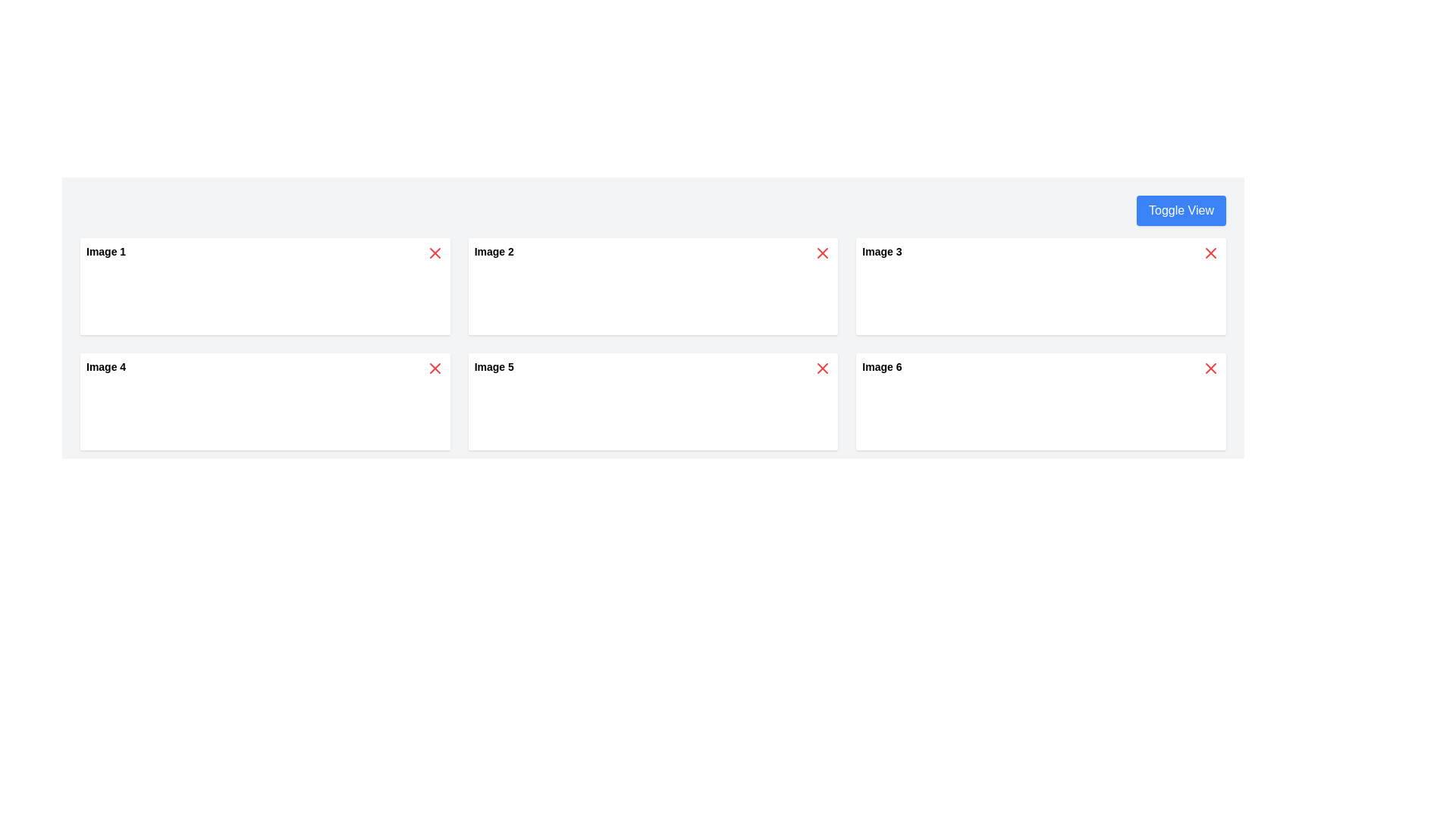  What do you see at coordinates (494, 250) in the screenshot?
I see `the Text Label located at the top-left corner of the second card in the upper row of a grid layout` at bounding box center [494, 250].